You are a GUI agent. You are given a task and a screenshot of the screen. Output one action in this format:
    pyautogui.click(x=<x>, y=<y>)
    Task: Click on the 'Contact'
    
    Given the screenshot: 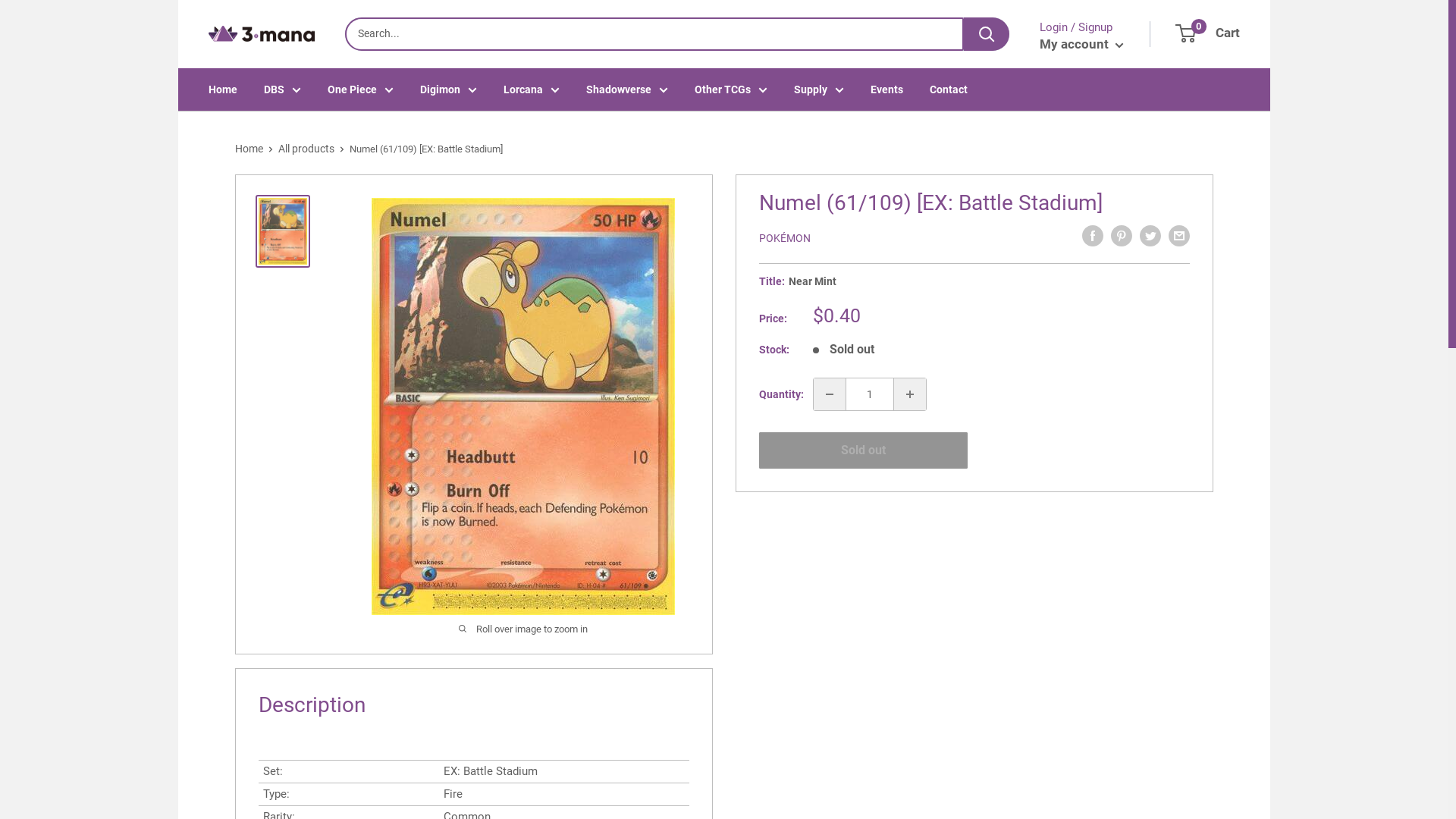 What is the action you would take?
    pyautogui.click(x=928, y=89)
    